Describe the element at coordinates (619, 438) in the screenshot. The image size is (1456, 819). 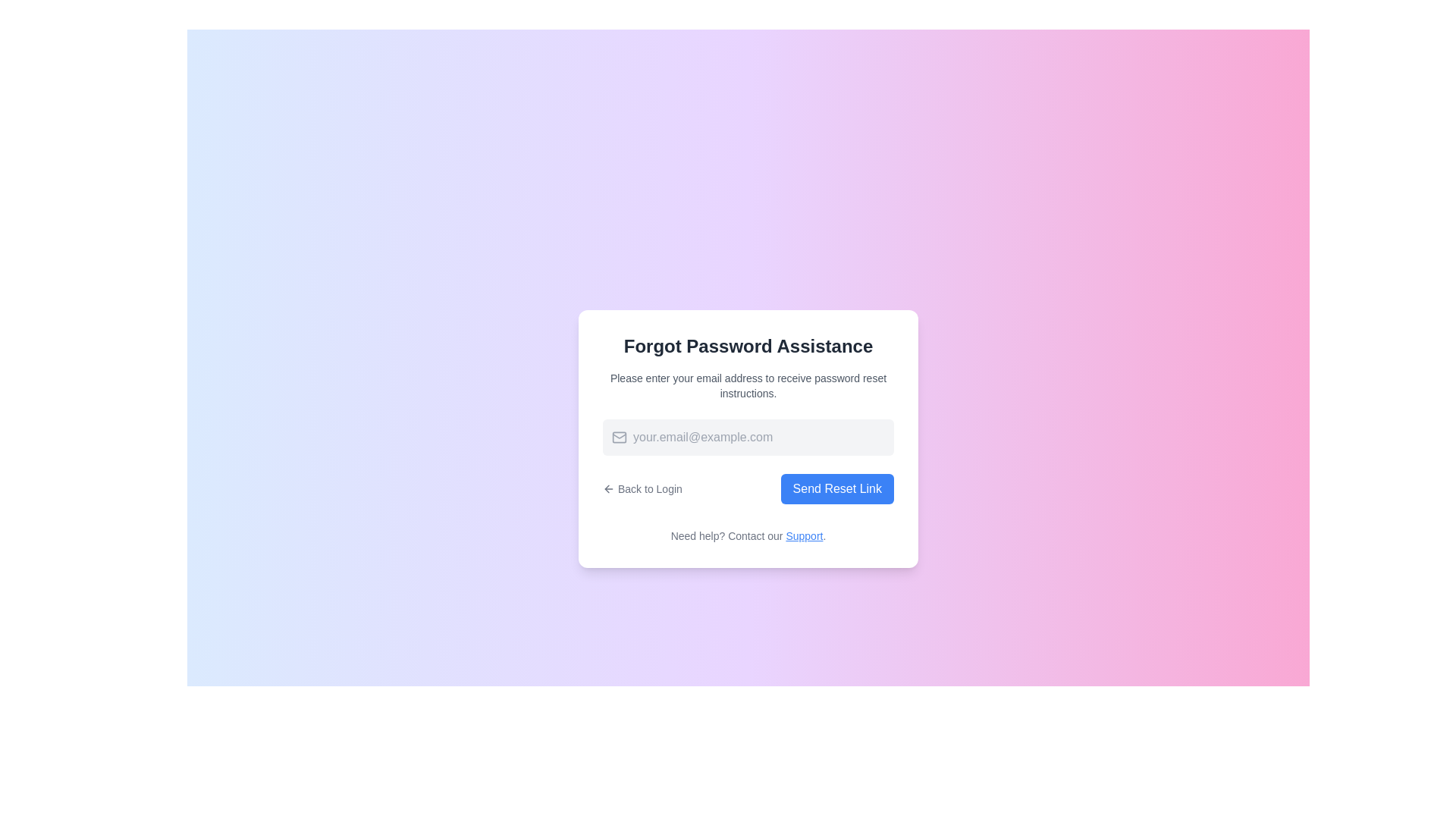
I see `the envelope icon located within the email input field, which is positioned to the left of the placeholder text 'your.email@example.com'` at that location.